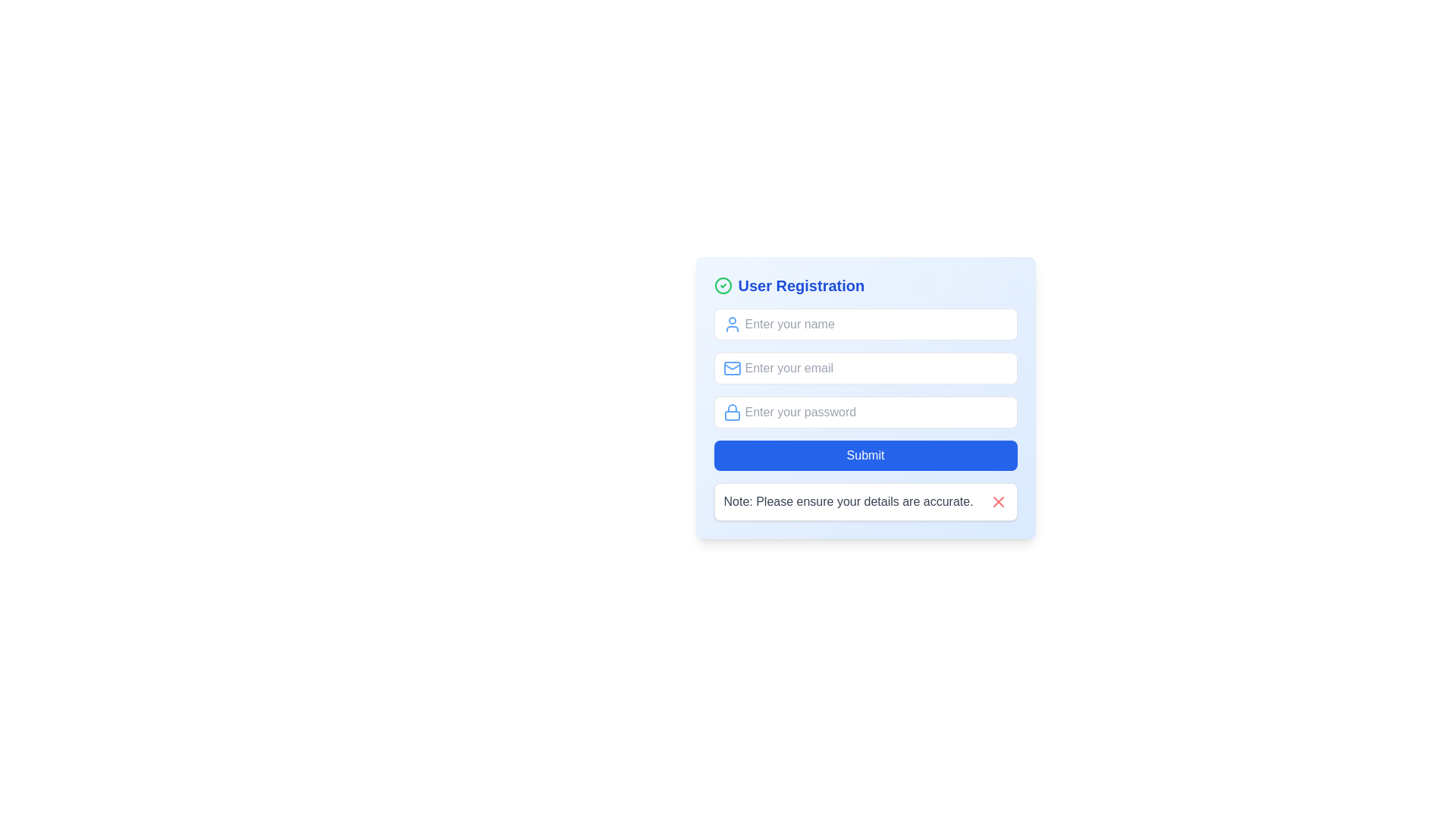 The height and width of the screenshot is (819, 1456). I want to click on the triangular flap of the mail envelope icon located to the left of the email input field in the user registration form, so click(732, 366).